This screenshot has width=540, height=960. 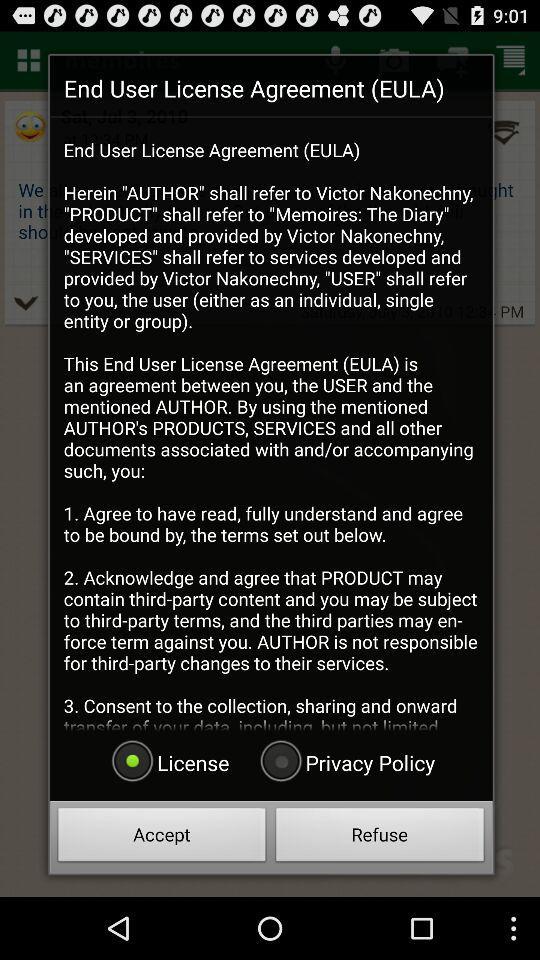 What do you see at coordinates (161, 837) in the screenshot?
I see `the accept item` at bounding box center [161, 837].